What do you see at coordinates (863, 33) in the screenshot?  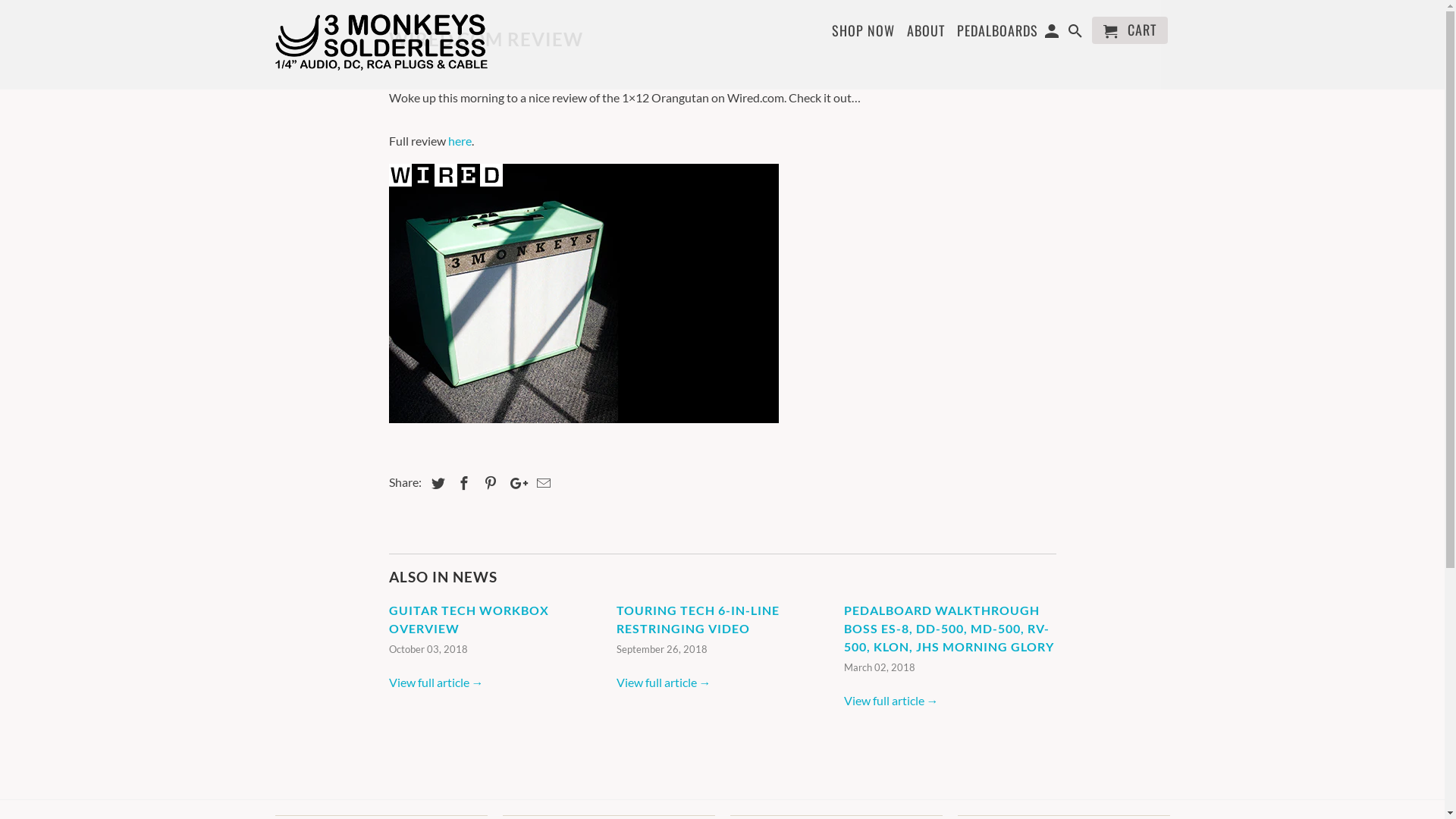 I see `'SHOP NOW'` at bounding box center [863, 33].